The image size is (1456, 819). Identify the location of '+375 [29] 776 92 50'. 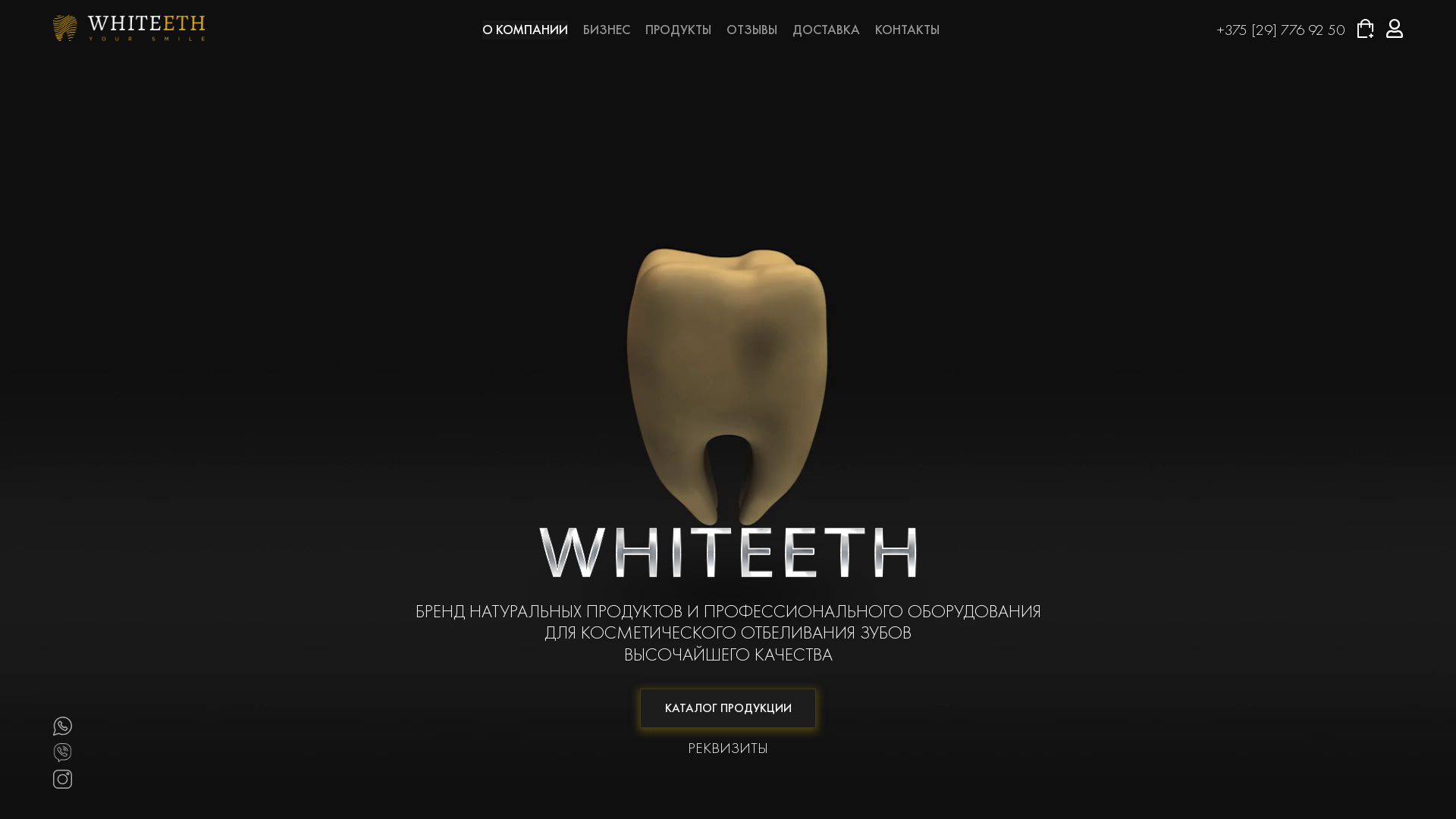
(1279, 29).